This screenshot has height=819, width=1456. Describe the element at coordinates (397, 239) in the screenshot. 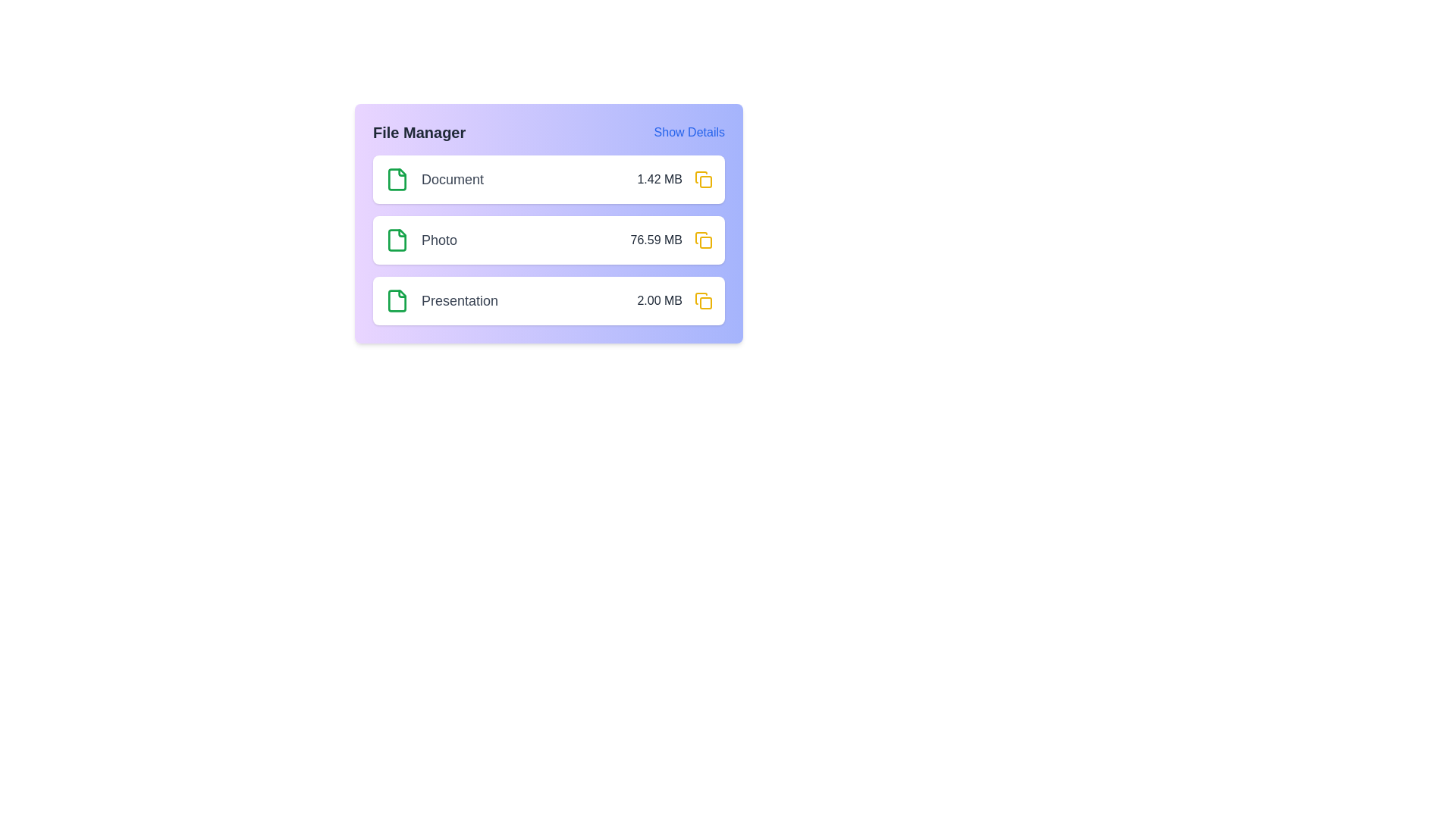

I see `the first interactive subcomponent of the file icon for the 'Photo' entry, which is visually identifiable as an icon representing a photo file type, located in a vertical list after 'Document' and before 'Presentation'` at that location.